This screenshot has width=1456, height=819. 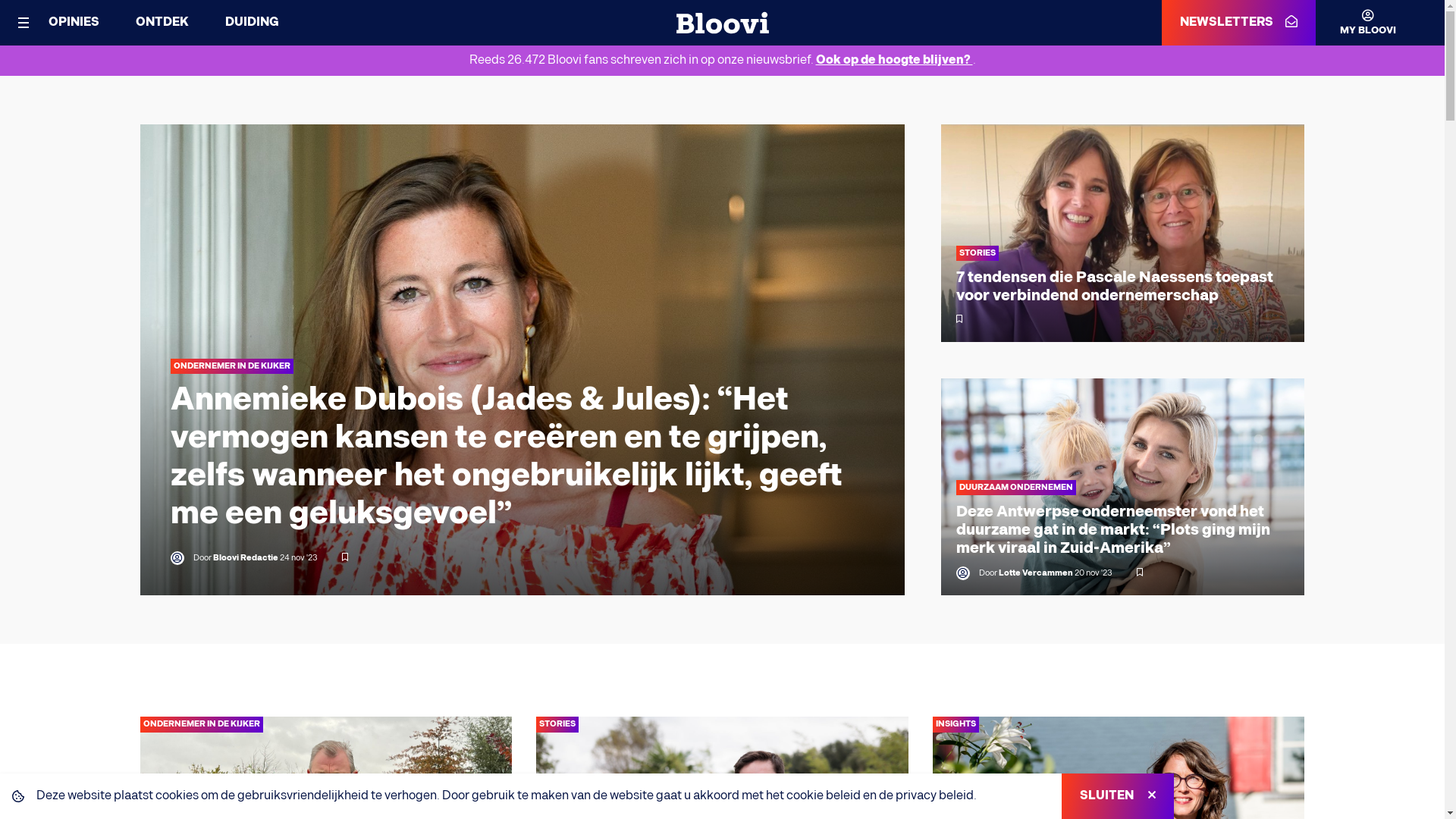 What do you see at coordinates (894, 59) in the screenshot?
I see `'Ook op de hoogte blijven?'` at bounding box center [894, 59].